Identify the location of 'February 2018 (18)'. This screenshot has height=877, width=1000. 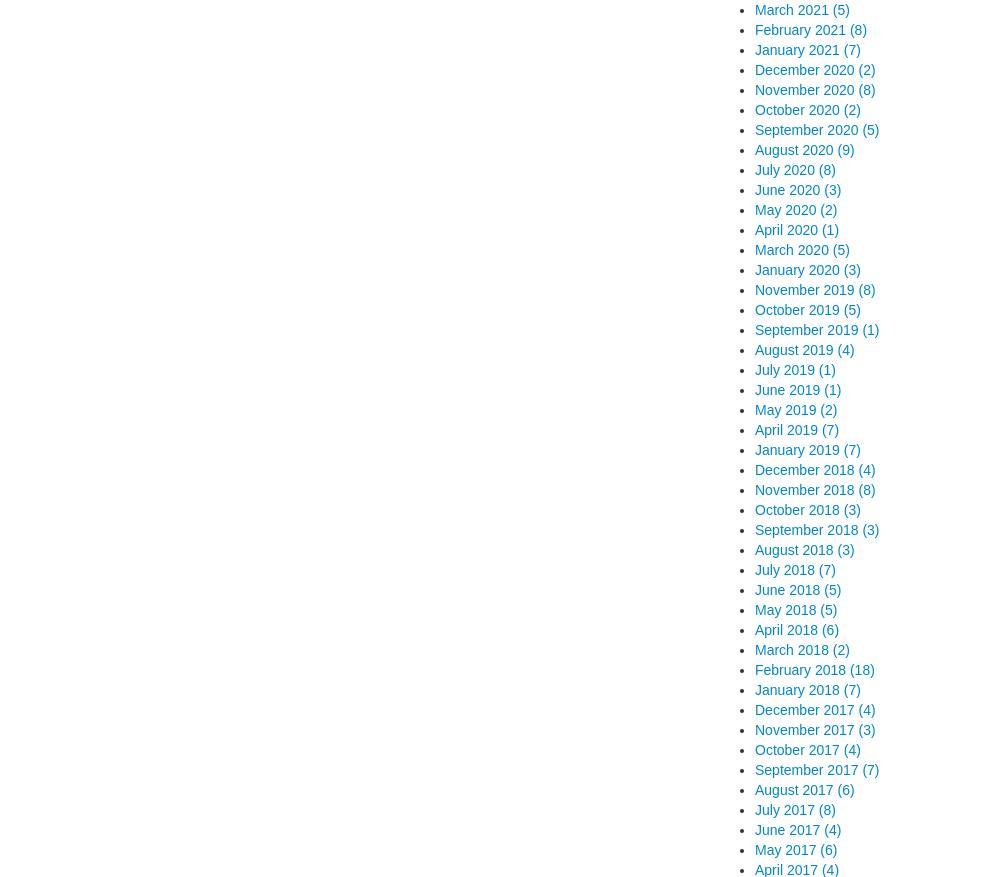
(813, 670).